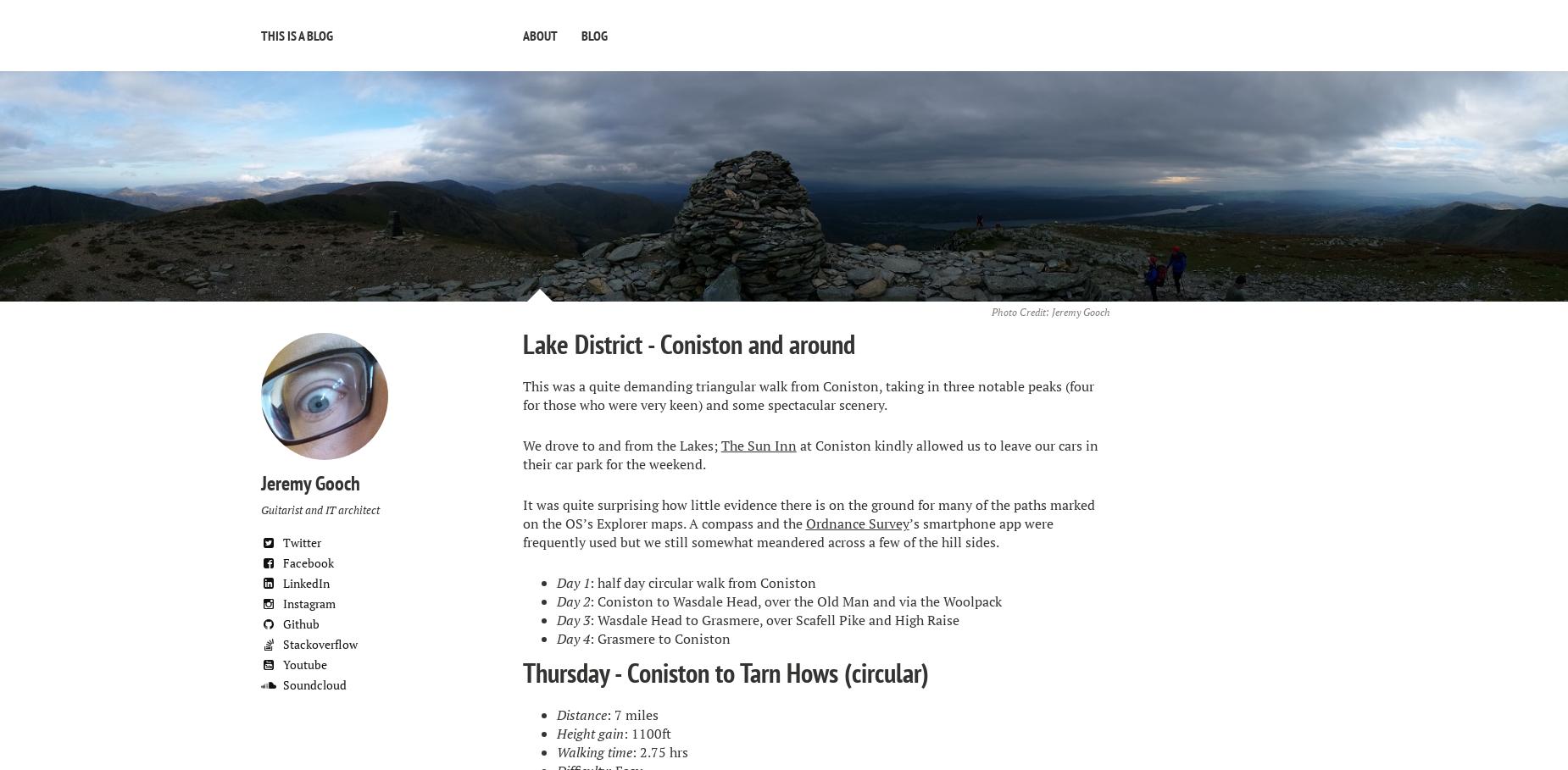 This screenshot has width=1568, height=770. What do you see at coordinates (793, 601) in the screenshot?
I see `': Coniston to Wasdale Head, over the Old Man and via the Woolpack'` at bounding box center [793, 601].